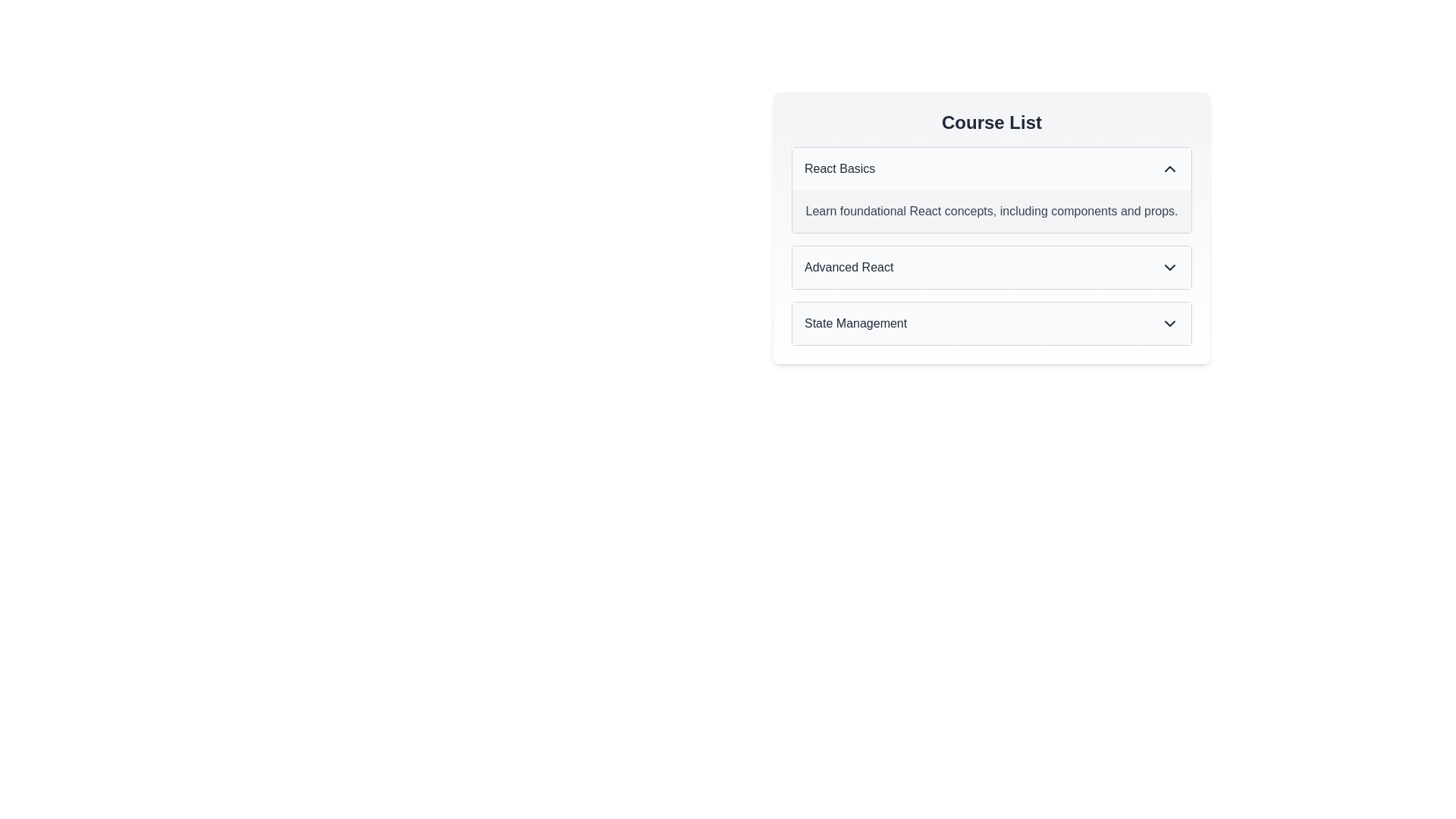 This screenshot has height=819, width=1456. What do you see at coordinates (848, 267) in the screenshot?
I see `the text label displaying 'Advanced React'` at bounding box center [848, 267].